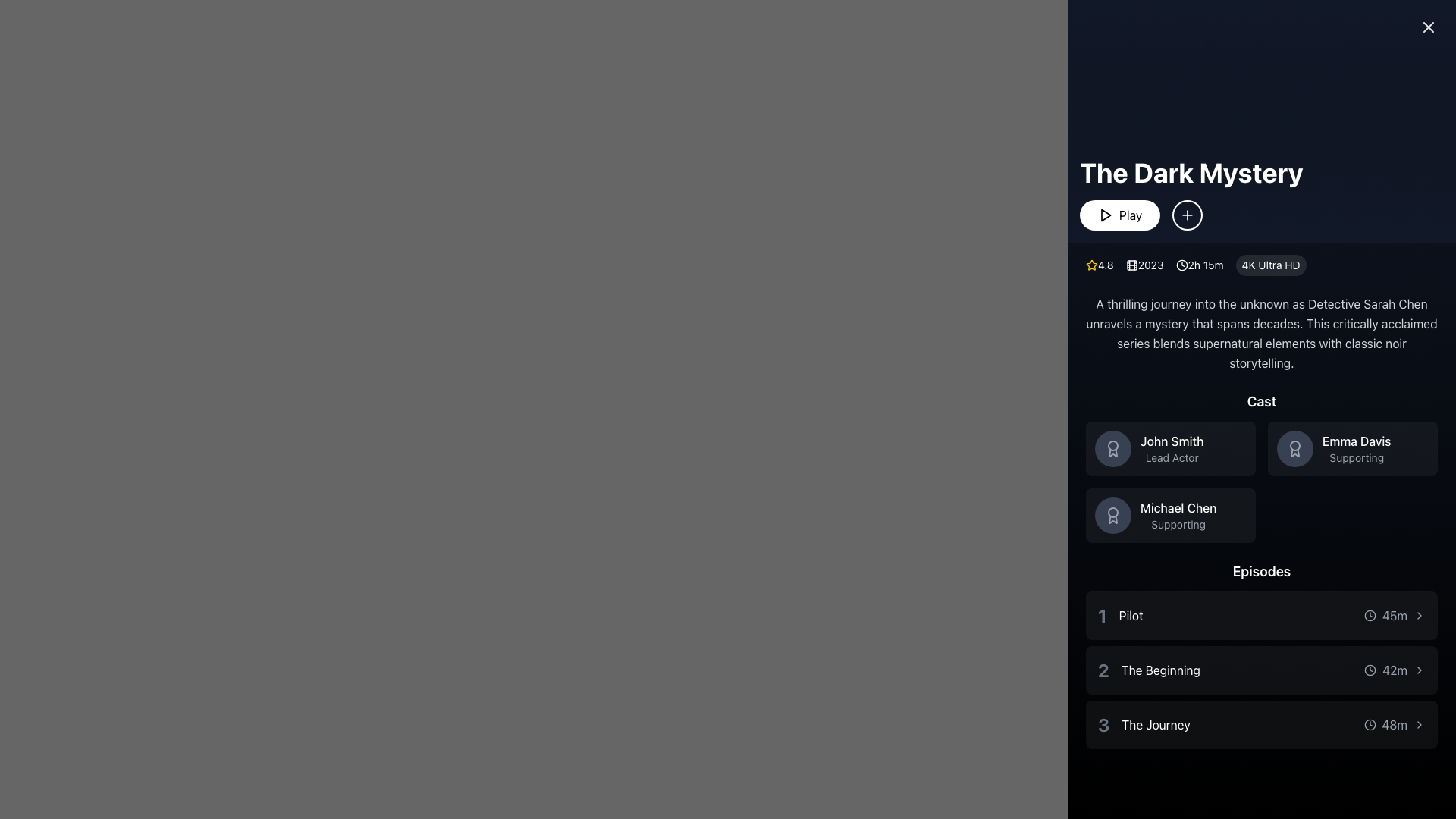 The width and height of the screenshot is (1456, 819). What do you see at coordinates (1427, 27) in the screenshot?
I see `the 'X' icon in the top-right corner of the interface` at bounding box center [1427, 27].